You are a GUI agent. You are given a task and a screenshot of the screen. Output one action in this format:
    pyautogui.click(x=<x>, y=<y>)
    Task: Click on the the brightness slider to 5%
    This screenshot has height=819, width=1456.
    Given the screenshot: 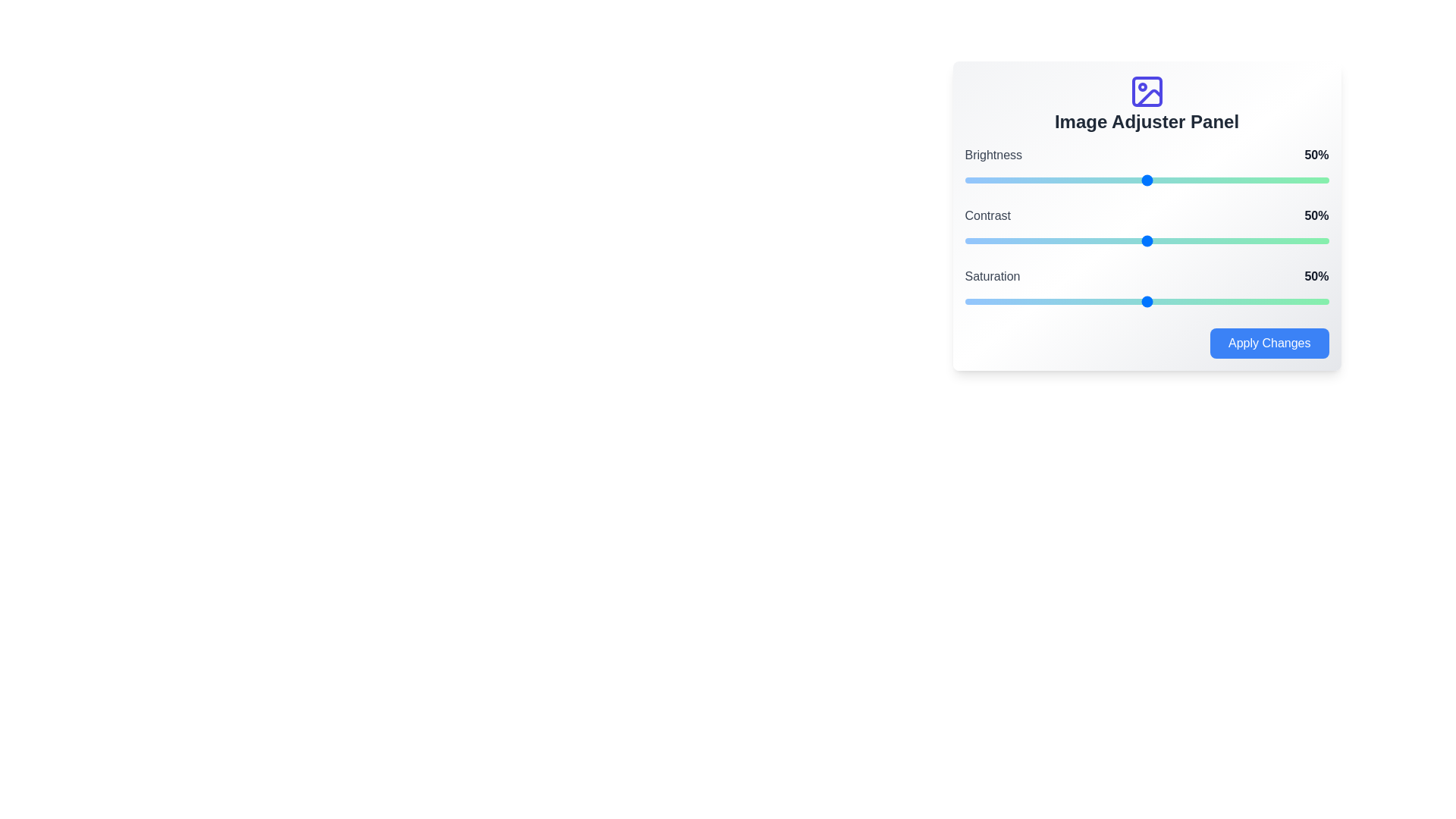 What is the action you would take?
    pyautogui.click(x=983, y=180)
    